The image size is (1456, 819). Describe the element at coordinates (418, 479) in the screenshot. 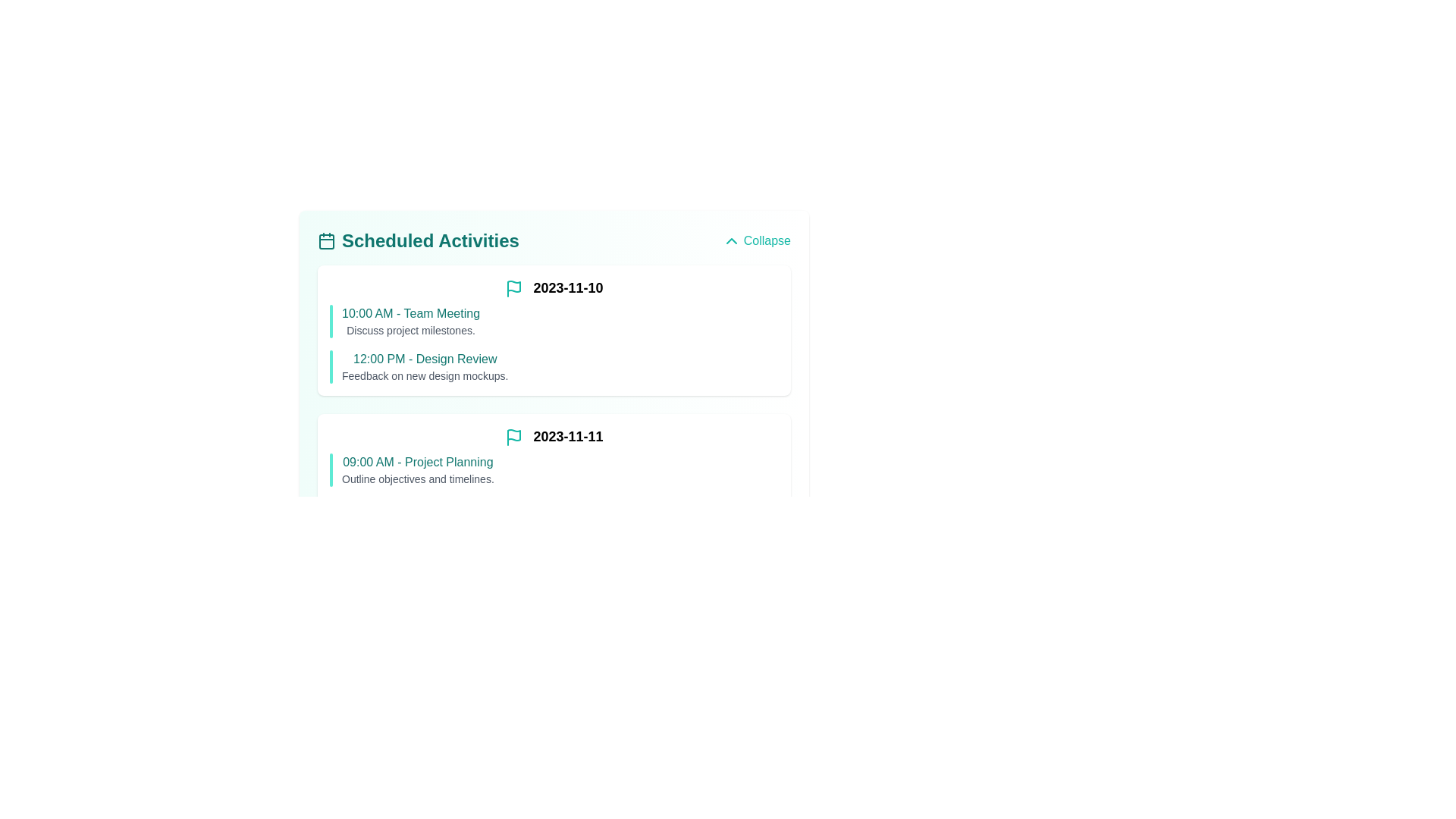

I see `text displaying 'Outline objectives and timelines.' located below the primary heading '09:00 AM - Project Planning' in the scheduled event section for '2023-11-11'` at that location.